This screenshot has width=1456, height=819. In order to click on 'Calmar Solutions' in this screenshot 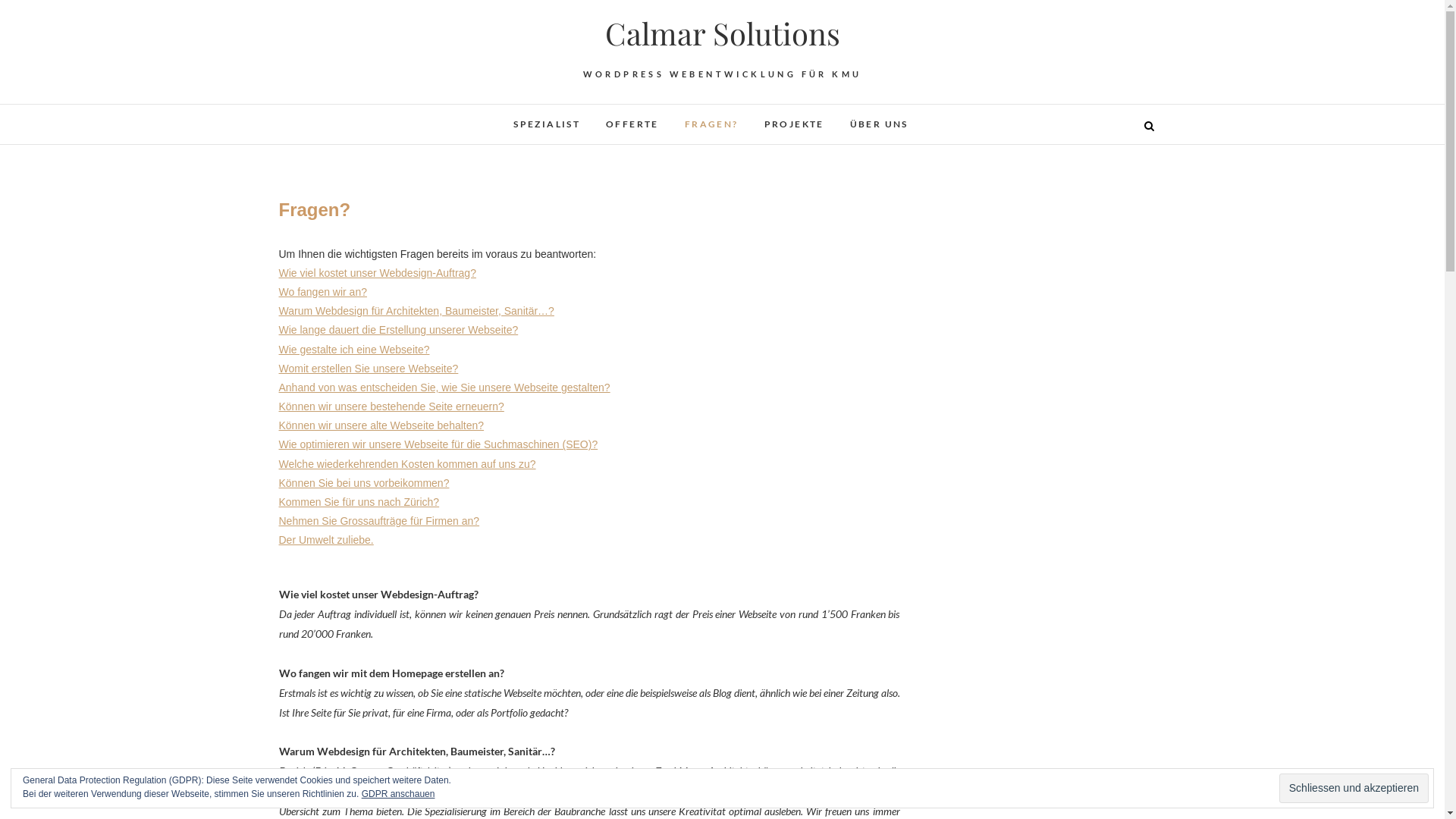, I will do `click(720, 33)`.